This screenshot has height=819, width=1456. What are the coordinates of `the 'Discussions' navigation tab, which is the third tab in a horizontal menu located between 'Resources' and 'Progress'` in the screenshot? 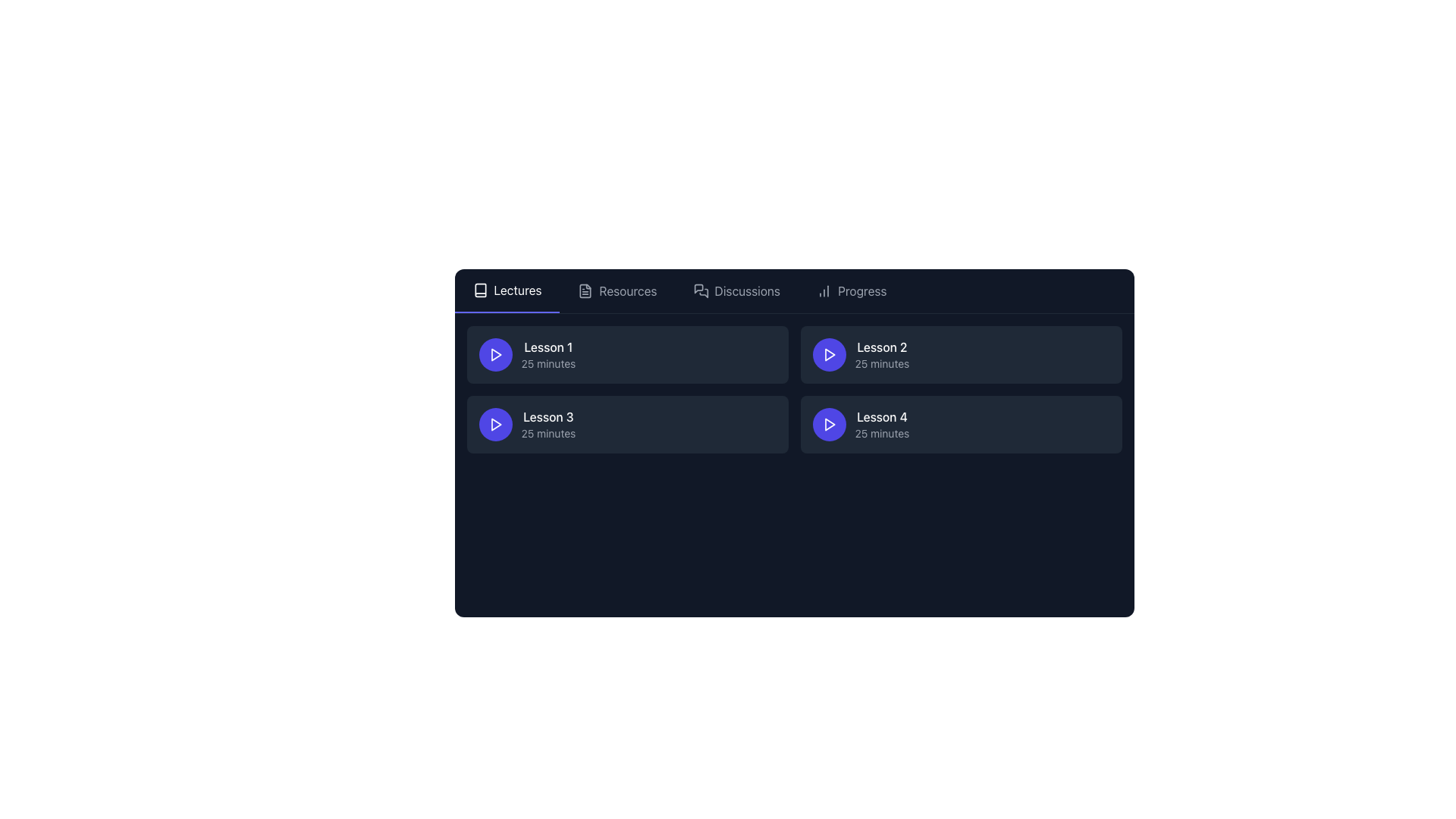 It's located at (747, 291).